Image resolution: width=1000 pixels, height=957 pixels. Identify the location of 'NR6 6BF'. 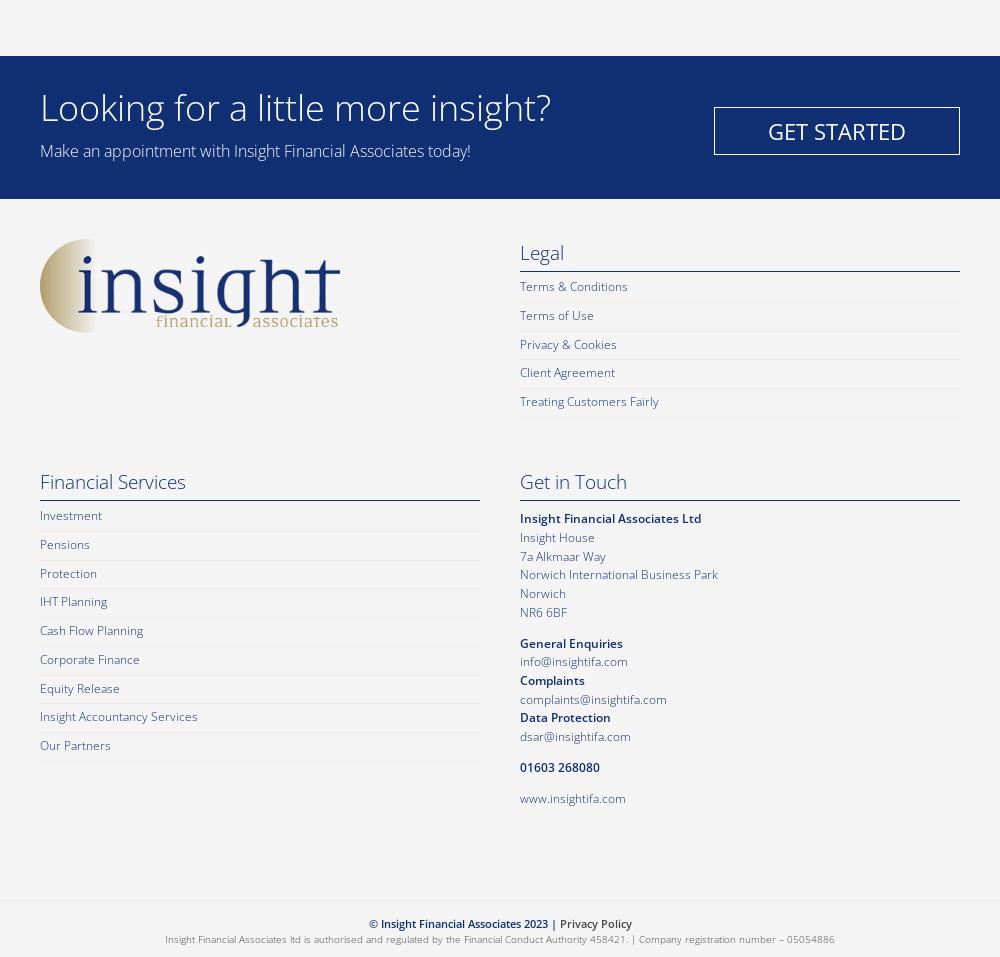
(543, 610).